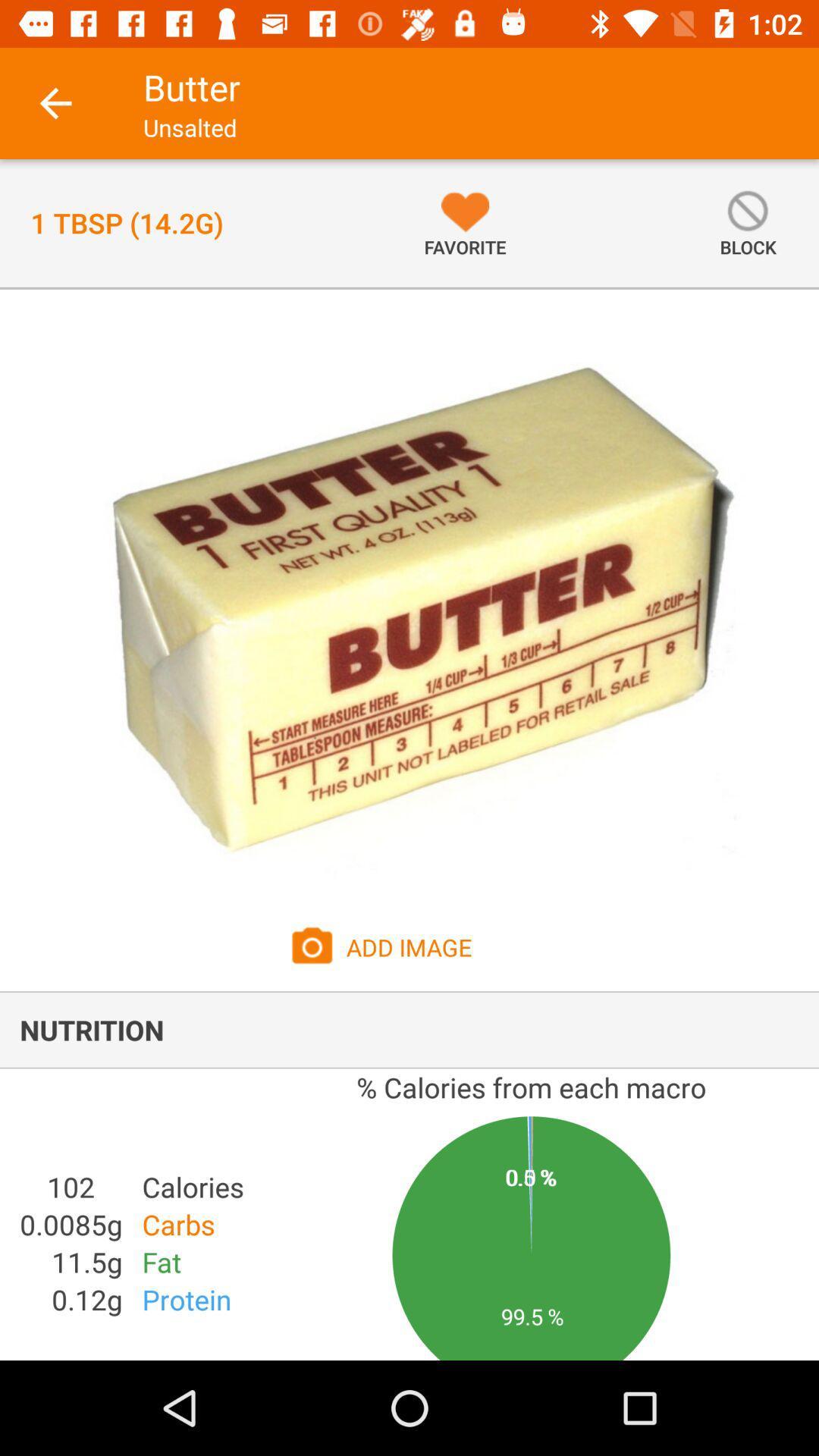 This screenshot has width=819, height=1456. Describe the element at coordinates (311, 946) in the screenshot. I see `camera icon which is beside add image` at that location.